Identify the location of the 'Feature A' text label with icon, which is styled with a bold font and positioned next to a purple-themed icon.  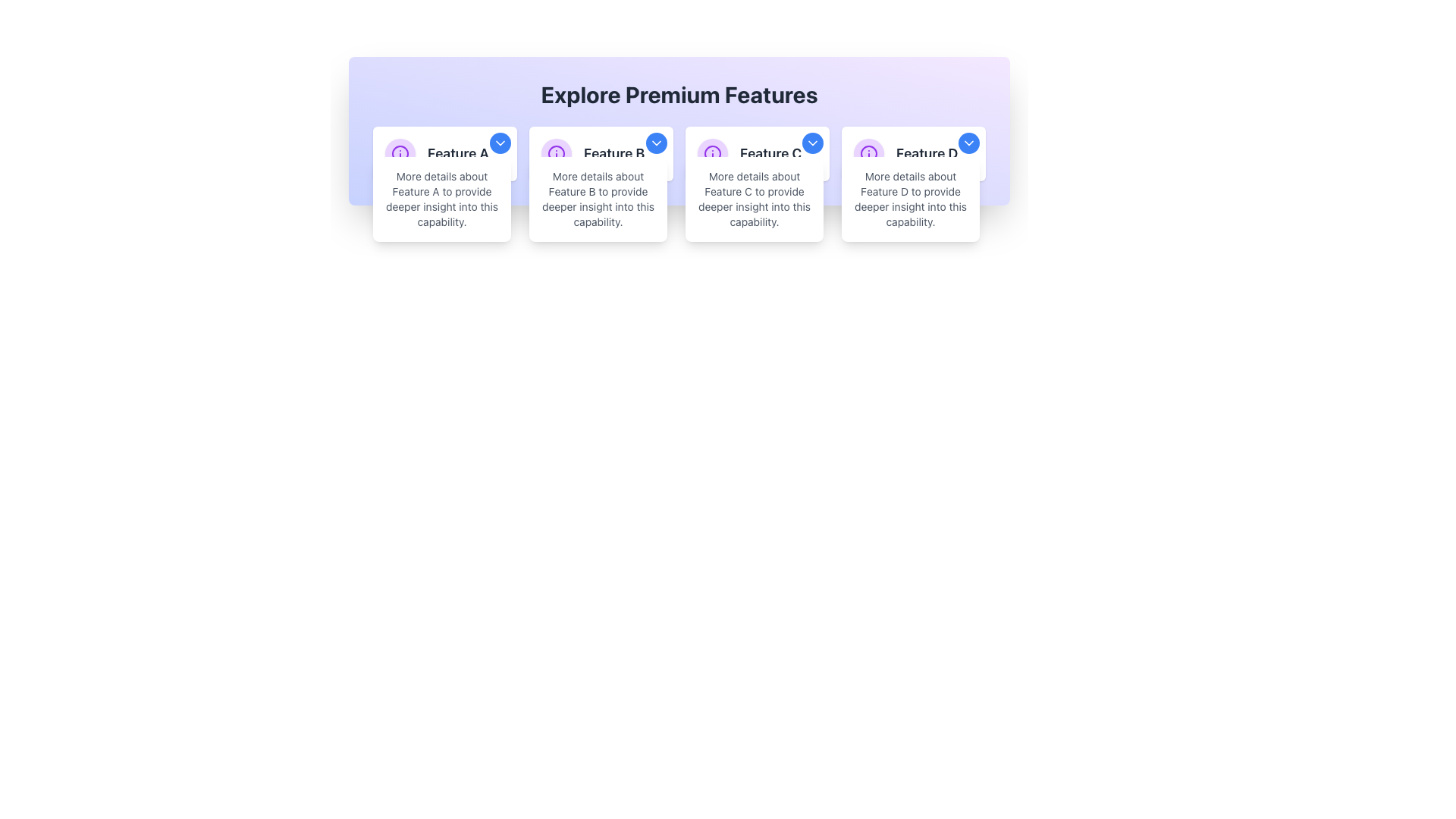
(444, 154).